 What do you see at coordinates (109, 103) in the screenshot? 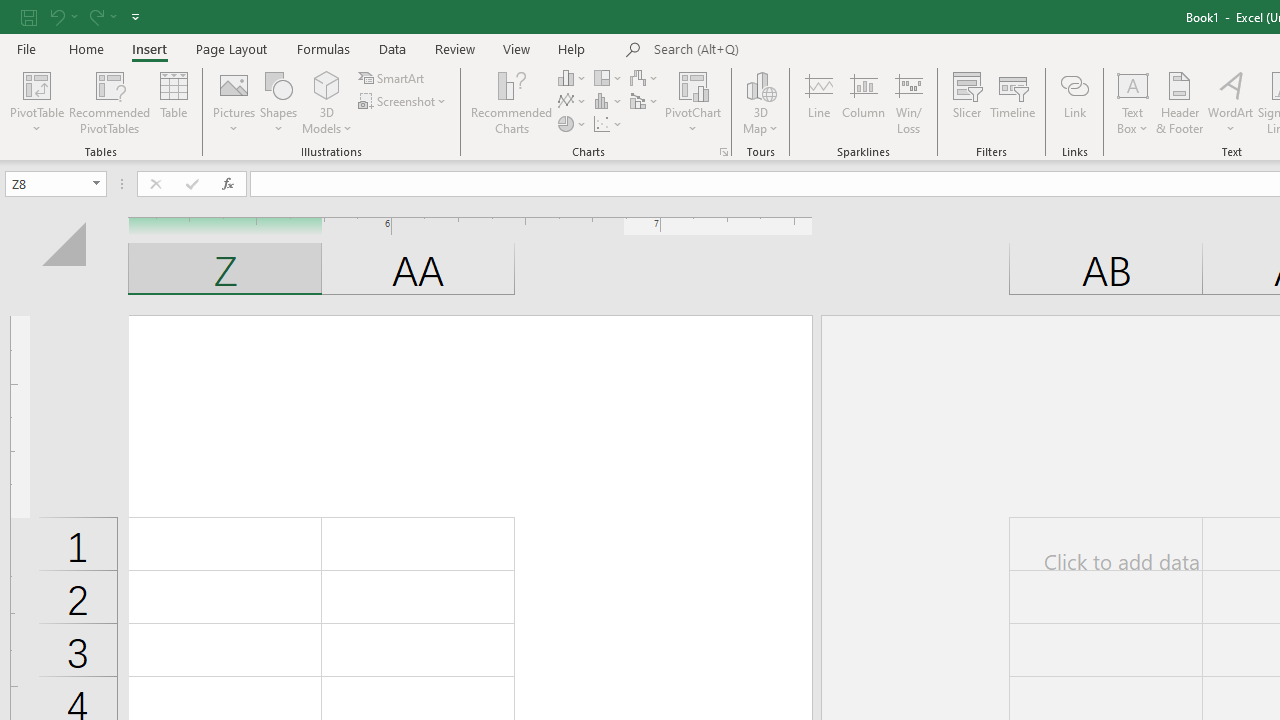
I see `'Recommended PivotTables'` at bounding box center [109, 103].